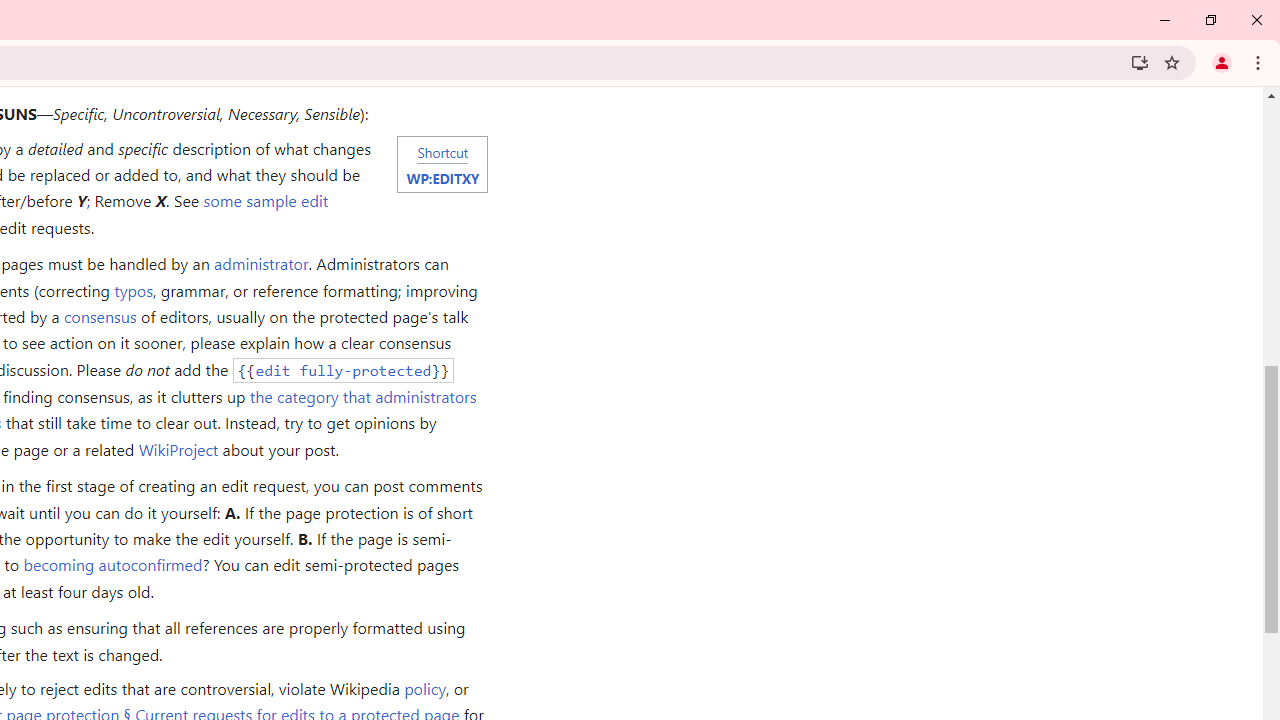 Image resolution: width=1280 pixels, height=720 pixels. I want to click on 'administrator', so click(260, 262).